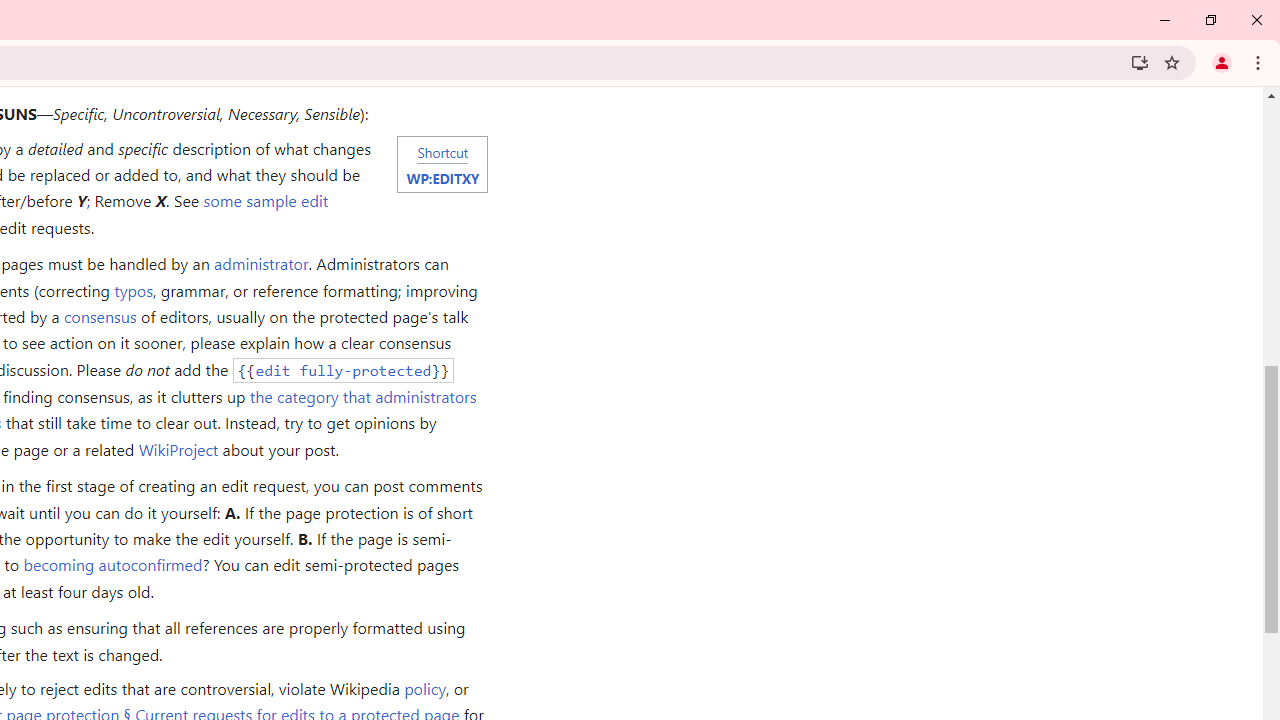 Image resolution: width=1280 pixels, height=720 pixels. I want to click on 'administrator', so click(260, 262).